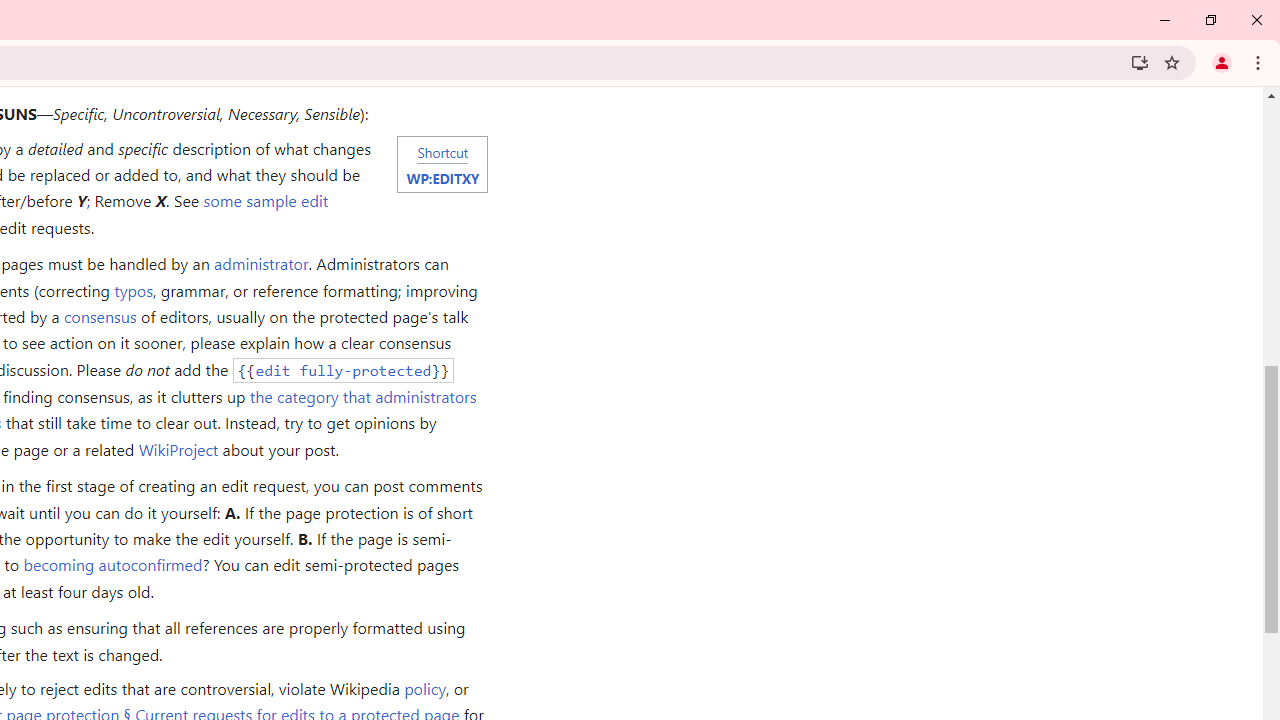 Image resolution: width=1280 pixels, height=720 pixels. I want to click on 'administrator', so click(260, 262).